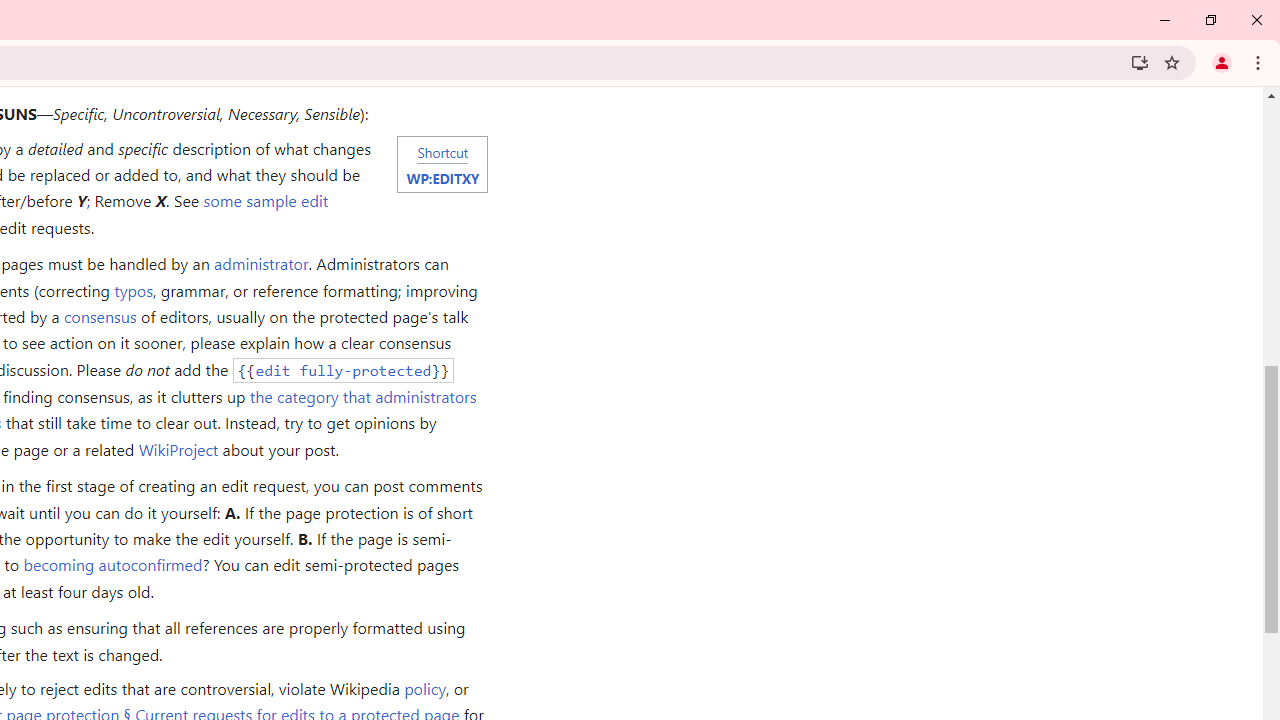 Image resolution: width=1280 pixels, height=720 pixels. I want to click on 'administrator', so click(260, 262).